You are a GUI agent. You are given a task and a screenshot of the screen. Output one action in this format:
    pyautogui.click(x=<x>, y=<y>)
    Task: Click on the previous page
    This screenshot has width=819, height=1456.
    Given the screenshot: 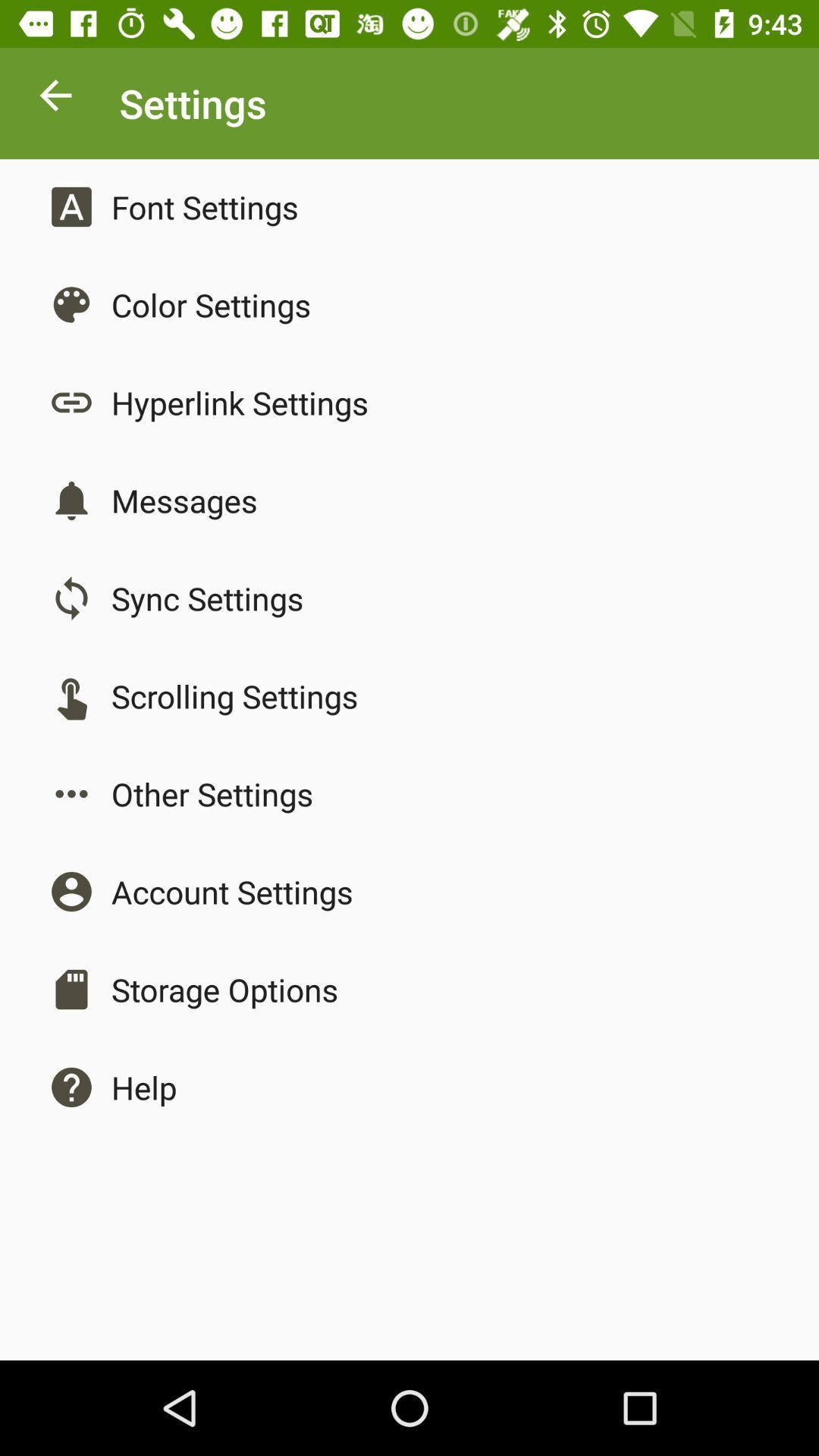 What is the action you would take?
    pyautogui.click(x=55, y=99)
    